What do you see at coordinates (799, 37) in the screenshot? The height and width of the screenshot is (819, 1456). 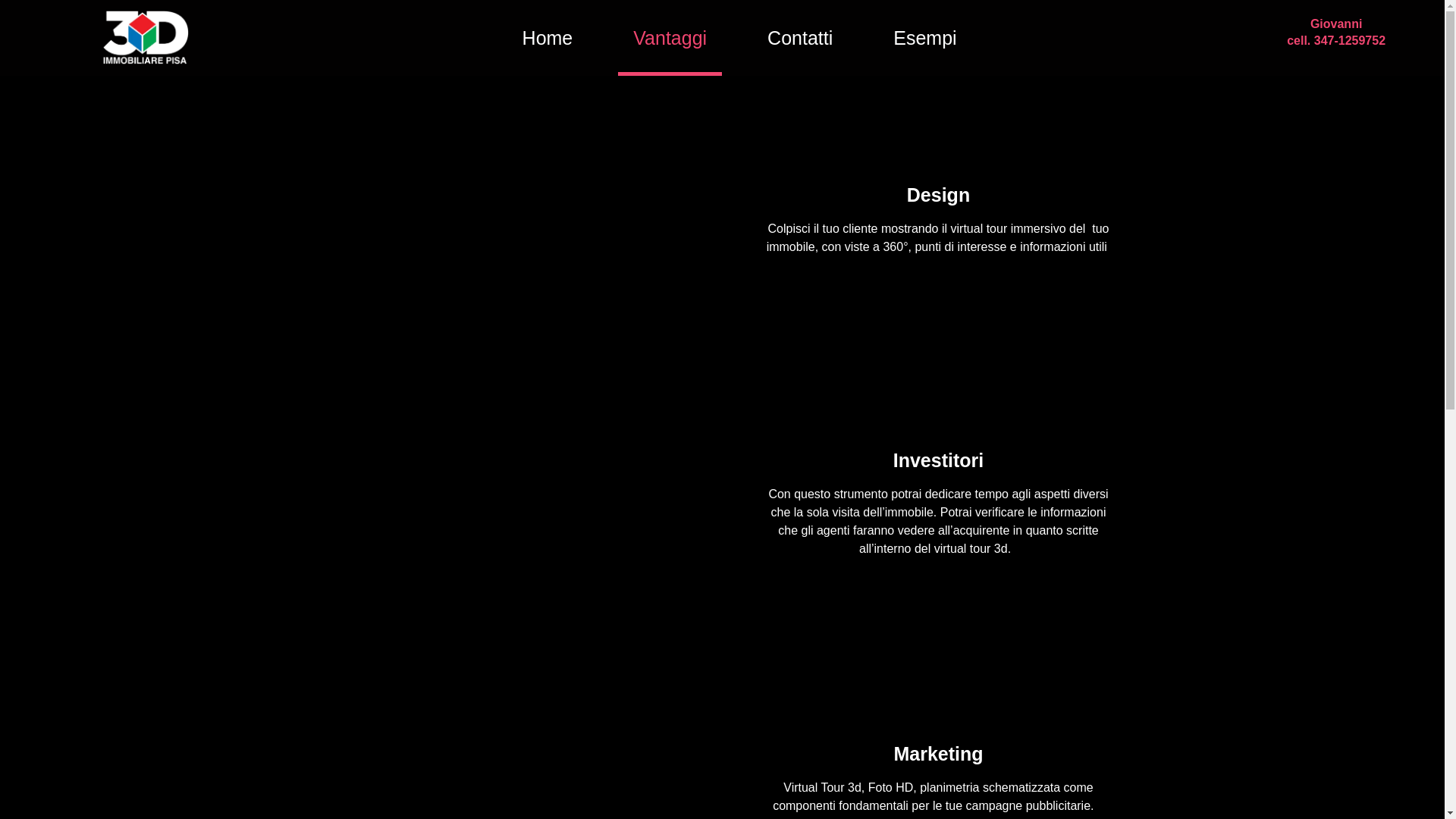 I see `'Contatti'` at bounding box center [799, 37].